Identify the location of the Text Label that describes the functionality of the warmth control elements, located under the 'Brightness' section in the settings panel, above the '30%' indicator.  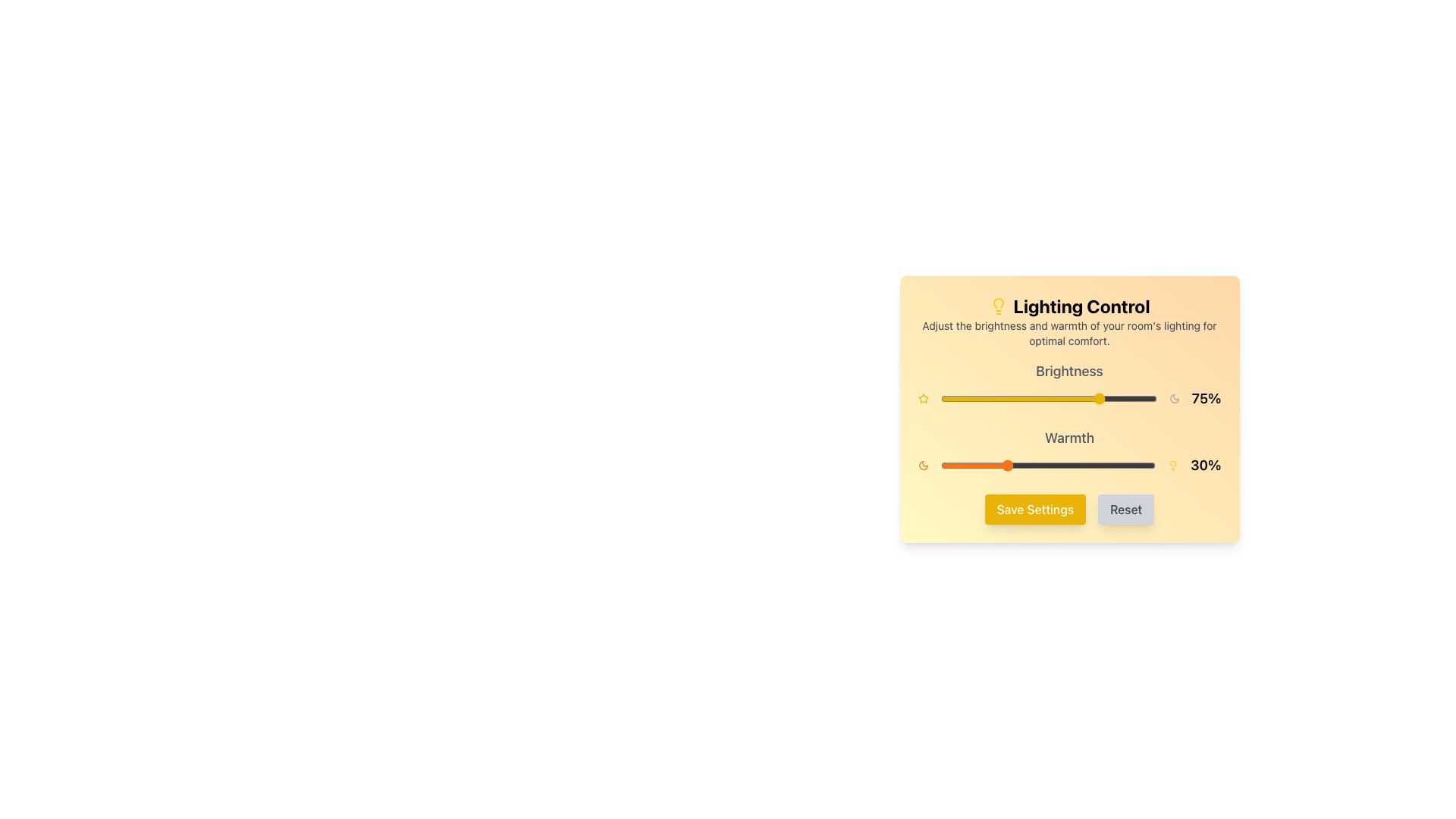
(1068, 438).